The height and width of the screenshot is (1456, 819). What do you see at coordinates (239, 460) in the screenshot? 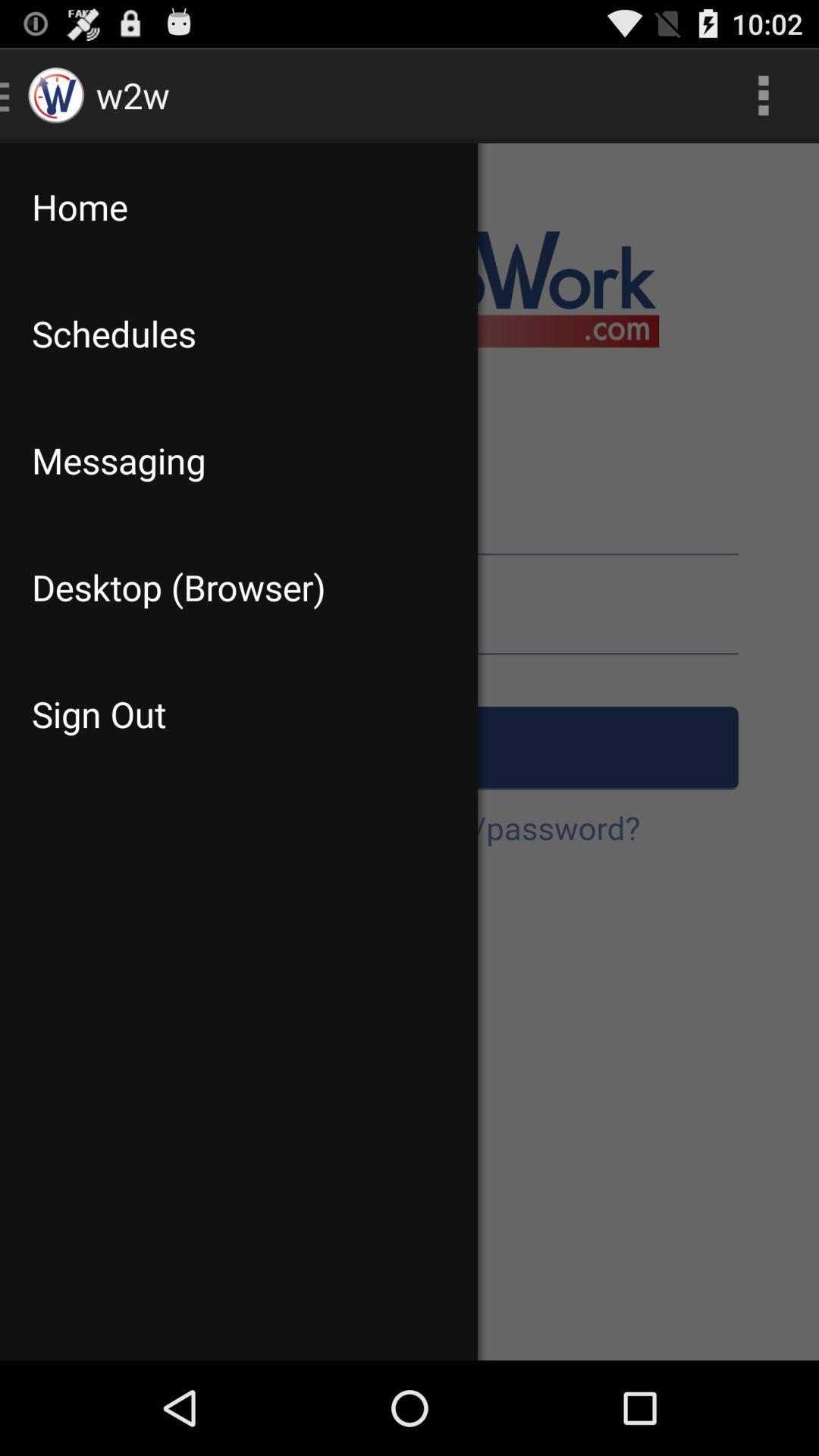
I see `icon above desktop (browser) app` at bounding box center [239, 460].